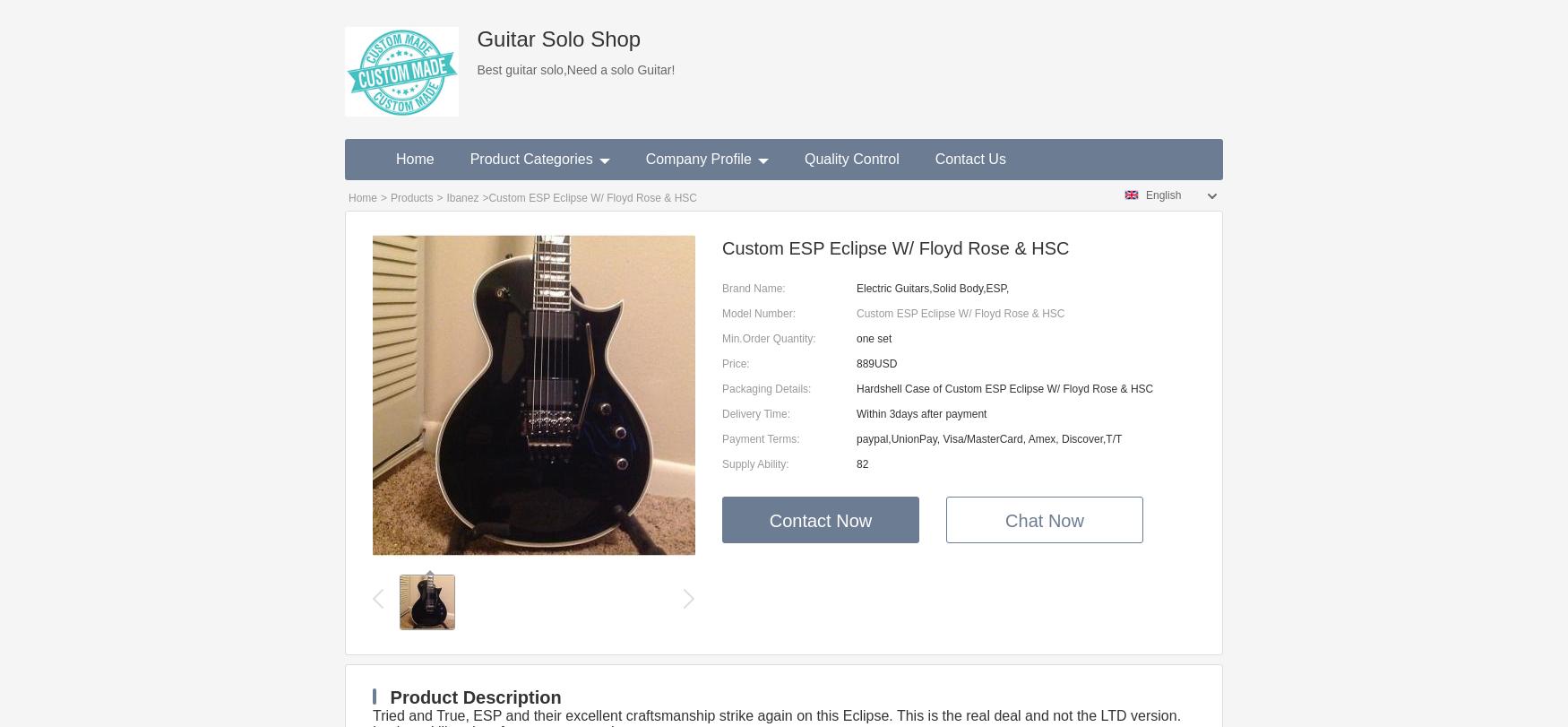 This screenshot has height=727, width=1568. Describe the element at coordinates (756, 413) in the screenshot. I see `'Delivery Time:'` at that location.